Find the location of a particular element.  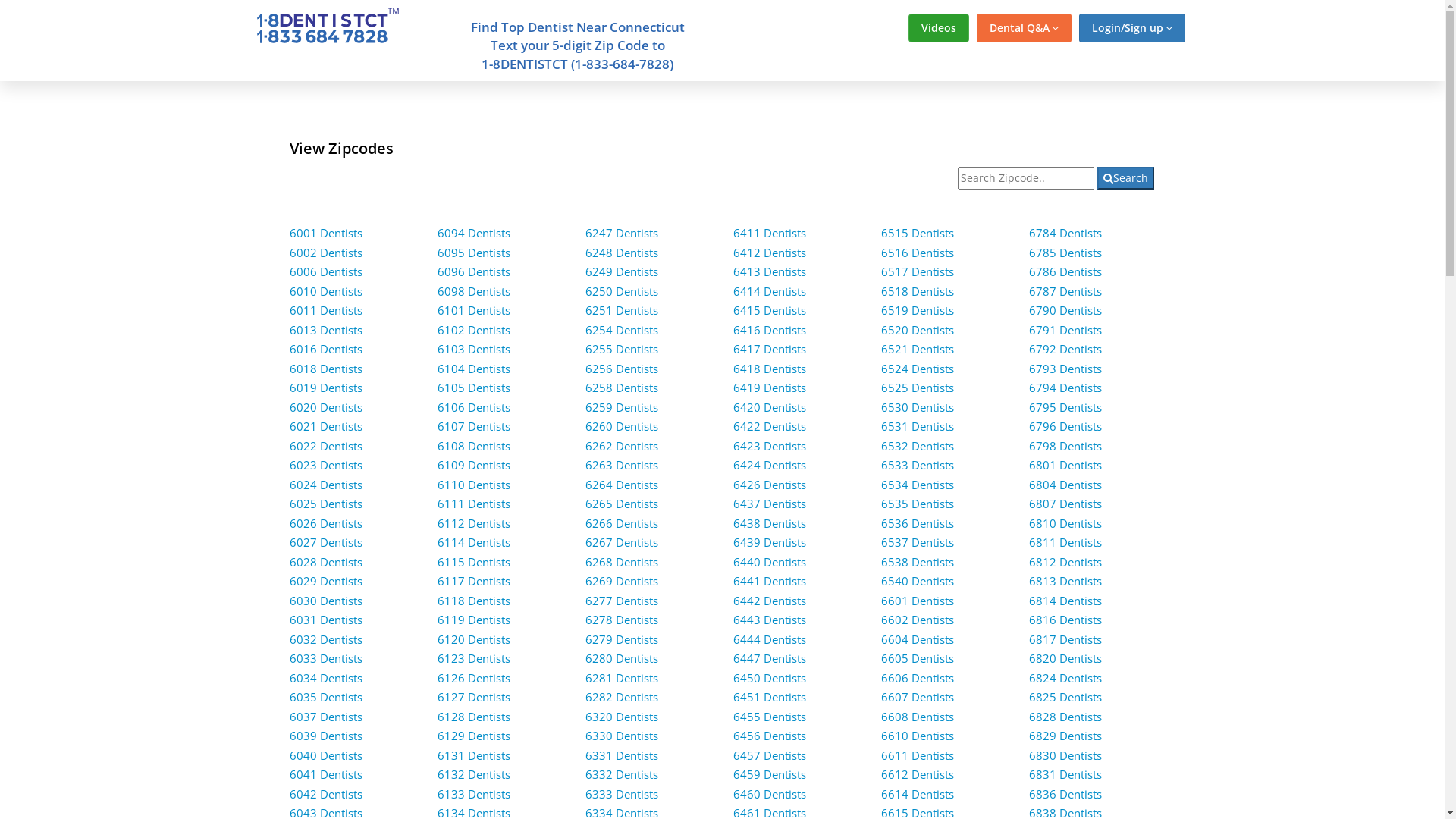

'6456 Dentists' is located at coordinates (733, 734).